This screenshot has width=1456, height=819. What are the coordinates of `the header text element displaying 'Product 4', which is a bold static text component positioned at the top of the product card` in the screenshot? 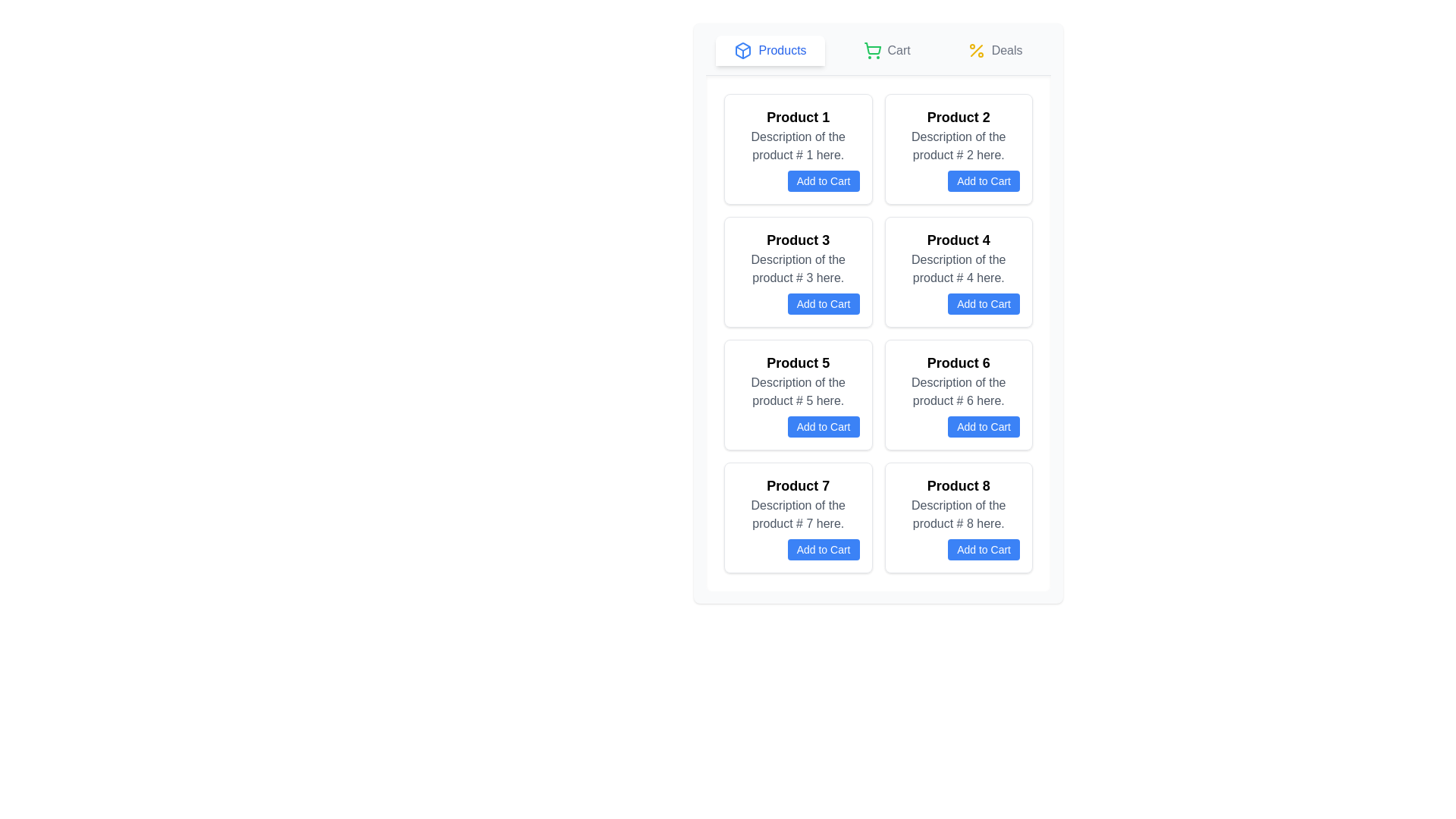 It's located at (958, 239).